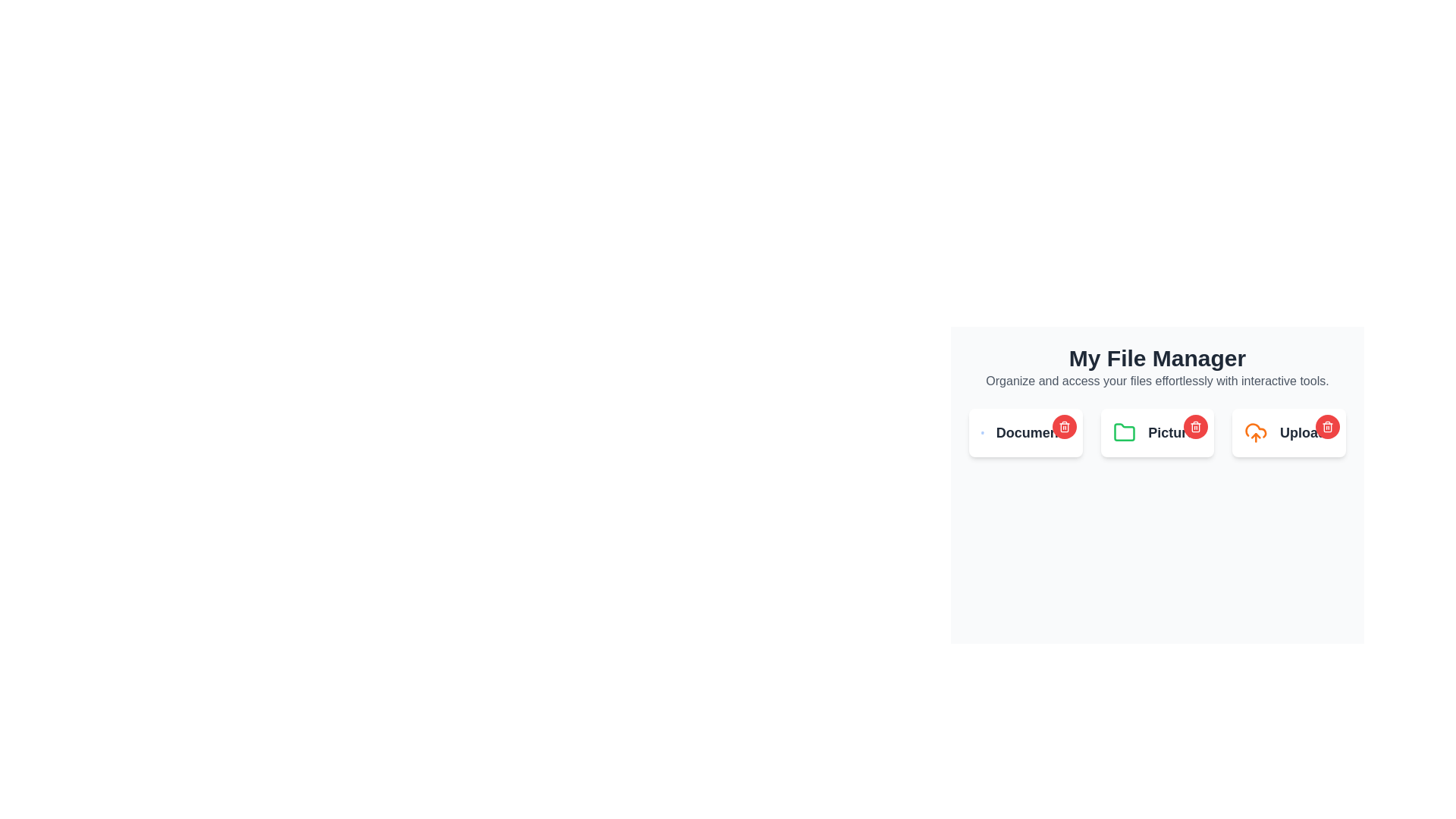 The image size is (1456, 819). What do you see at coordinates (1174, 432) in the screenshot?
I see `the static text label that identifies the associated folder, positioned between the folder icon and a red circular delete icon` at bounding box center [1174, 432].